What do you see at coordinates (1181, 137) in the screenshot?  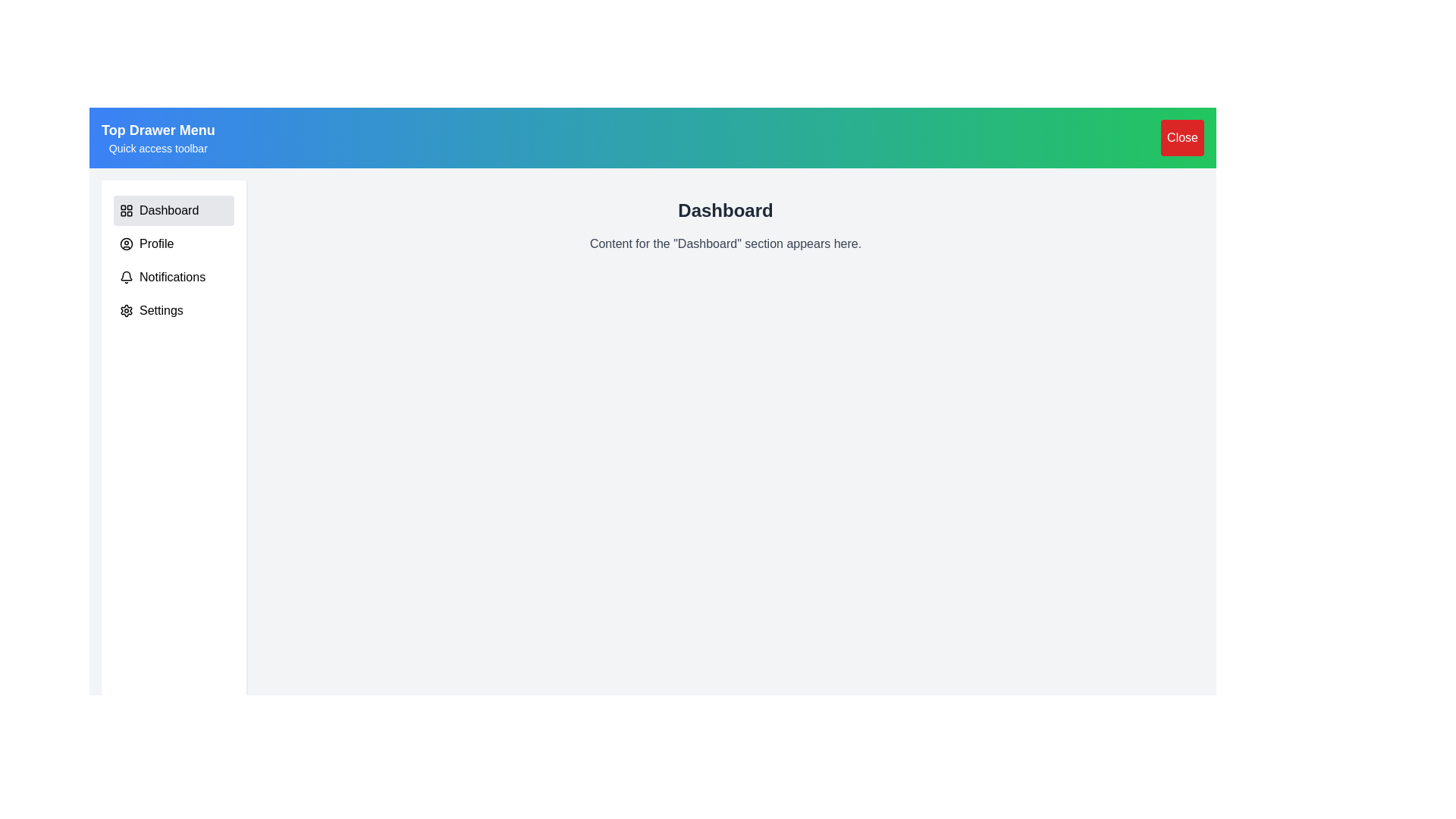 I see `the 'Close' button to toggle the visibility of the top drawer menu` at bounding box center [1181, 137].